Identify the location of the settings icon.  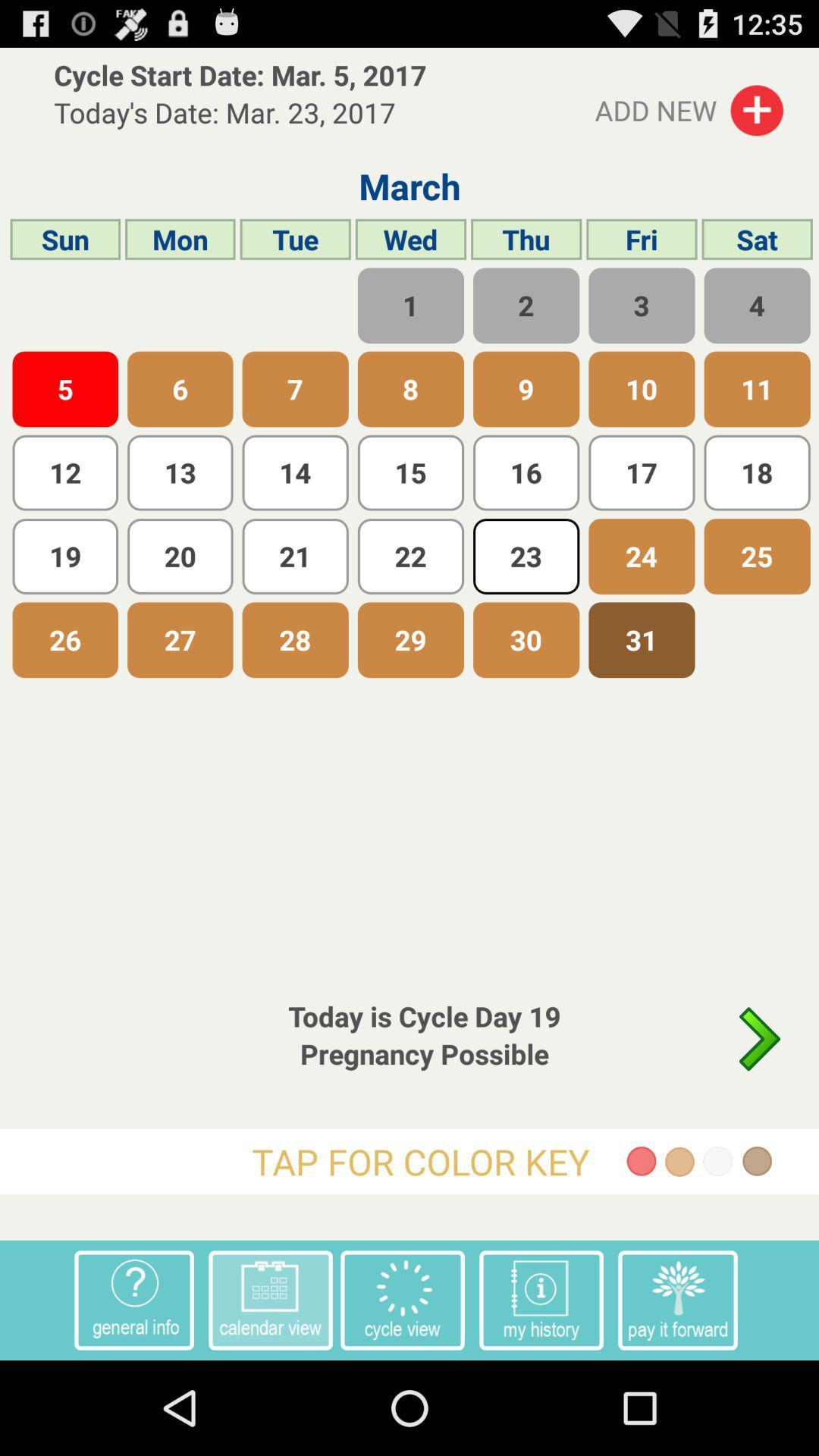
(402, 1392).